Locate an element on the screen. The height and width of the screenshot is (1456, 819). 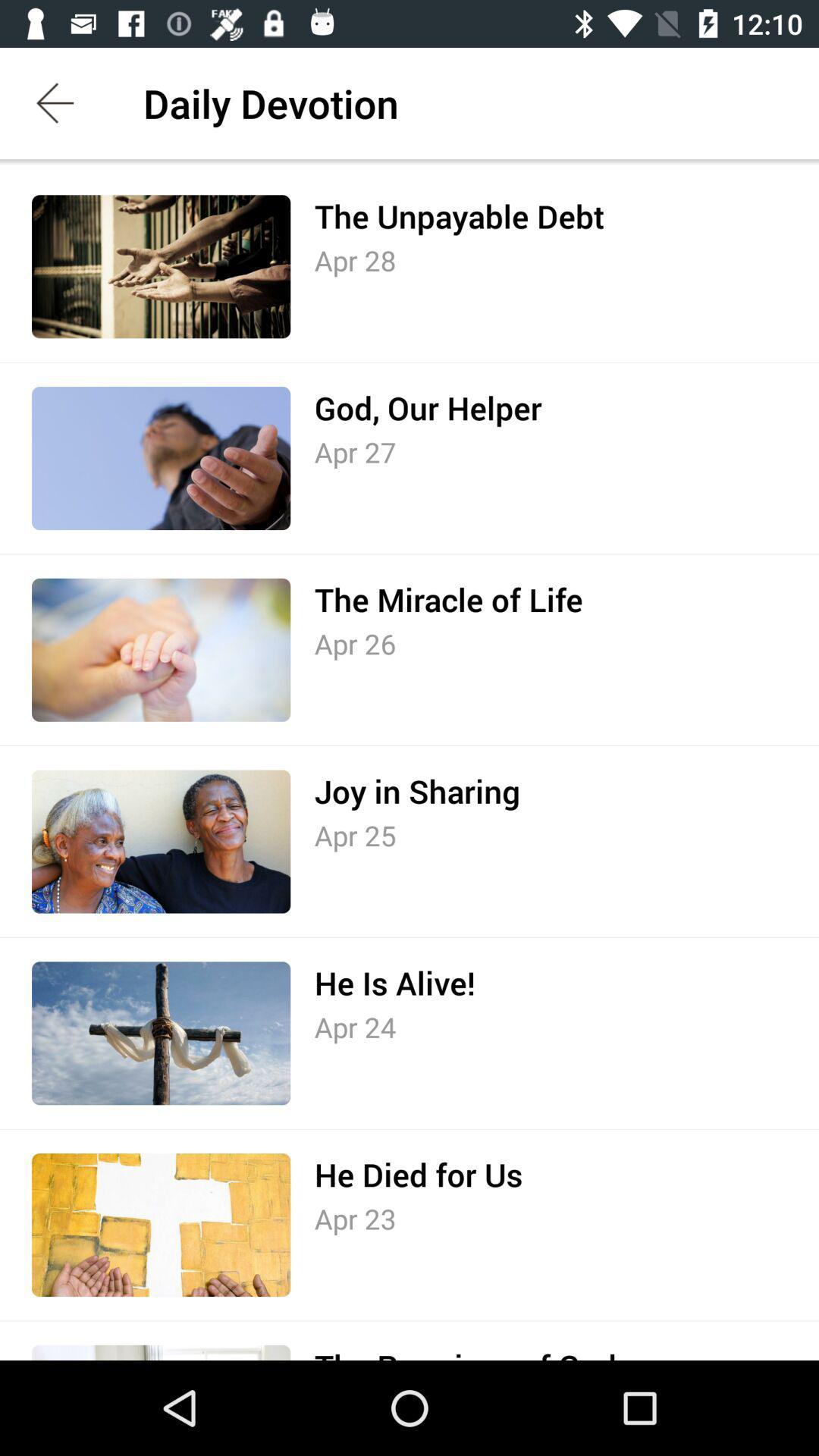
he died for is located at coordinates (418, 1174).